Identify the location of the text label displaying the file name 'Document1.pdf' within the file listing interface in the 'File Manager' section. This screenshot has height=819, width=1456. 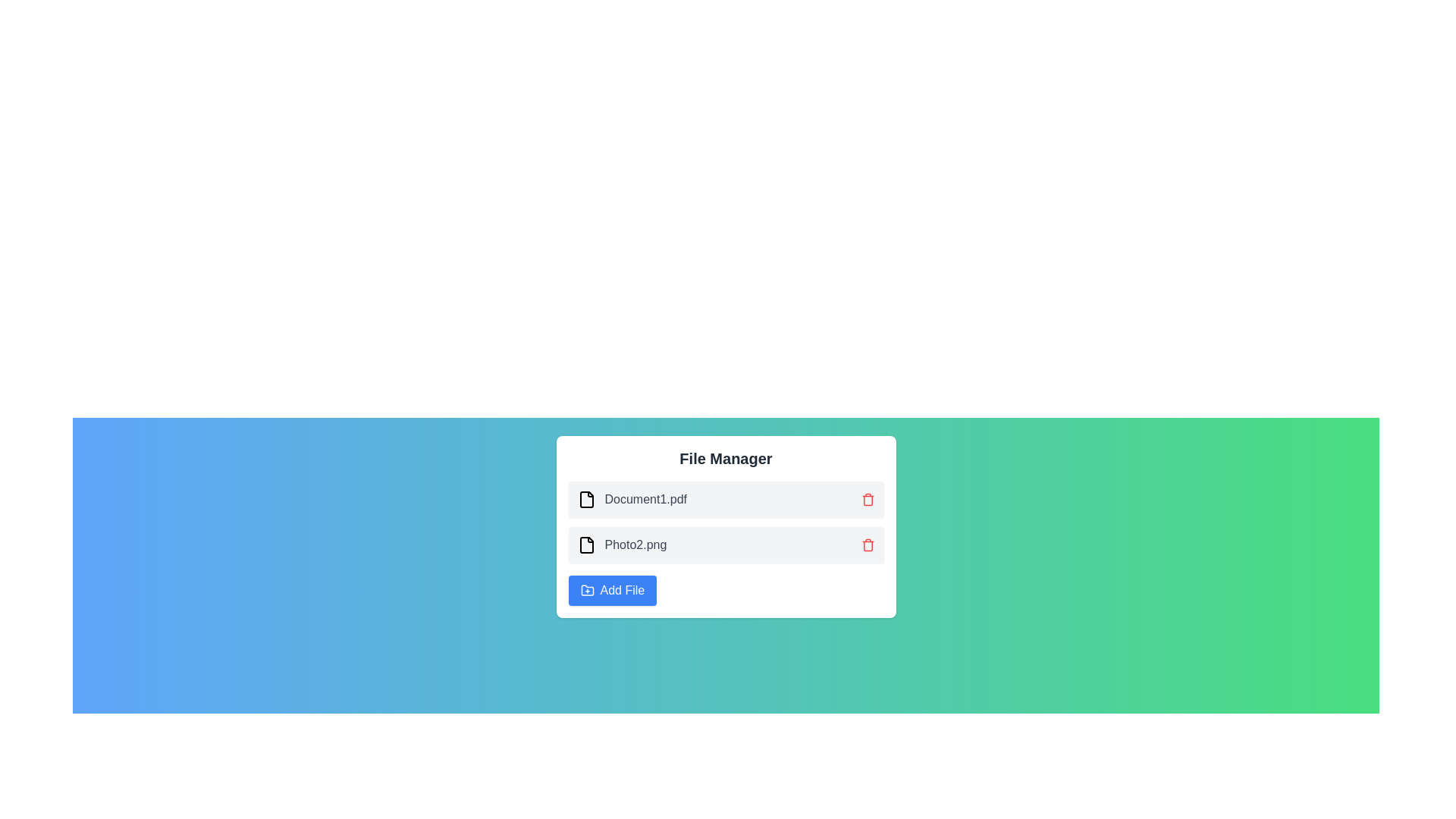
(645, 500).